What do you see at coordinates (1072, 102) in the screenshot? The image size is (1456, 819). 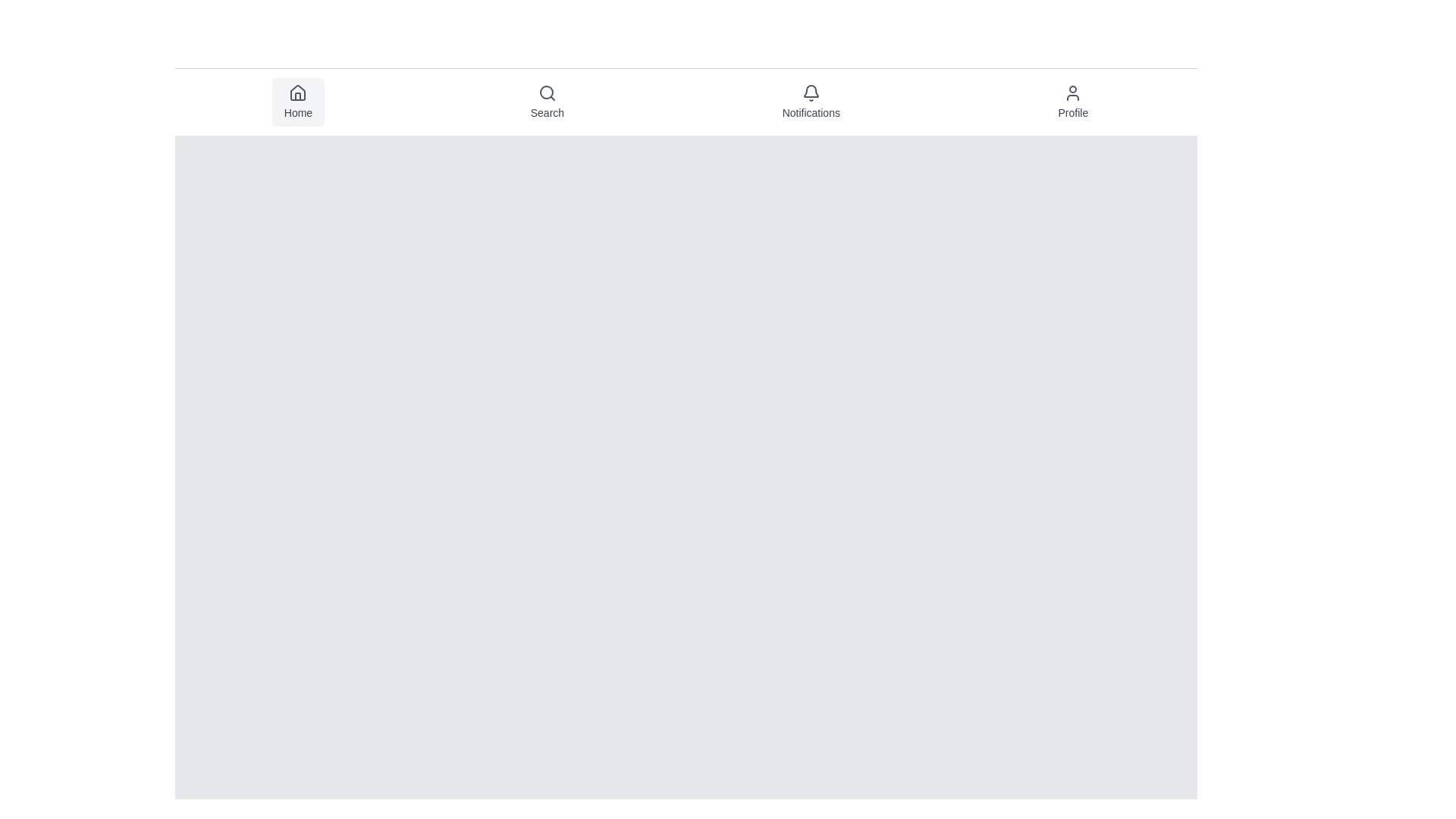 I see `the 'Profile' button` at bounding box center [1072, 102].